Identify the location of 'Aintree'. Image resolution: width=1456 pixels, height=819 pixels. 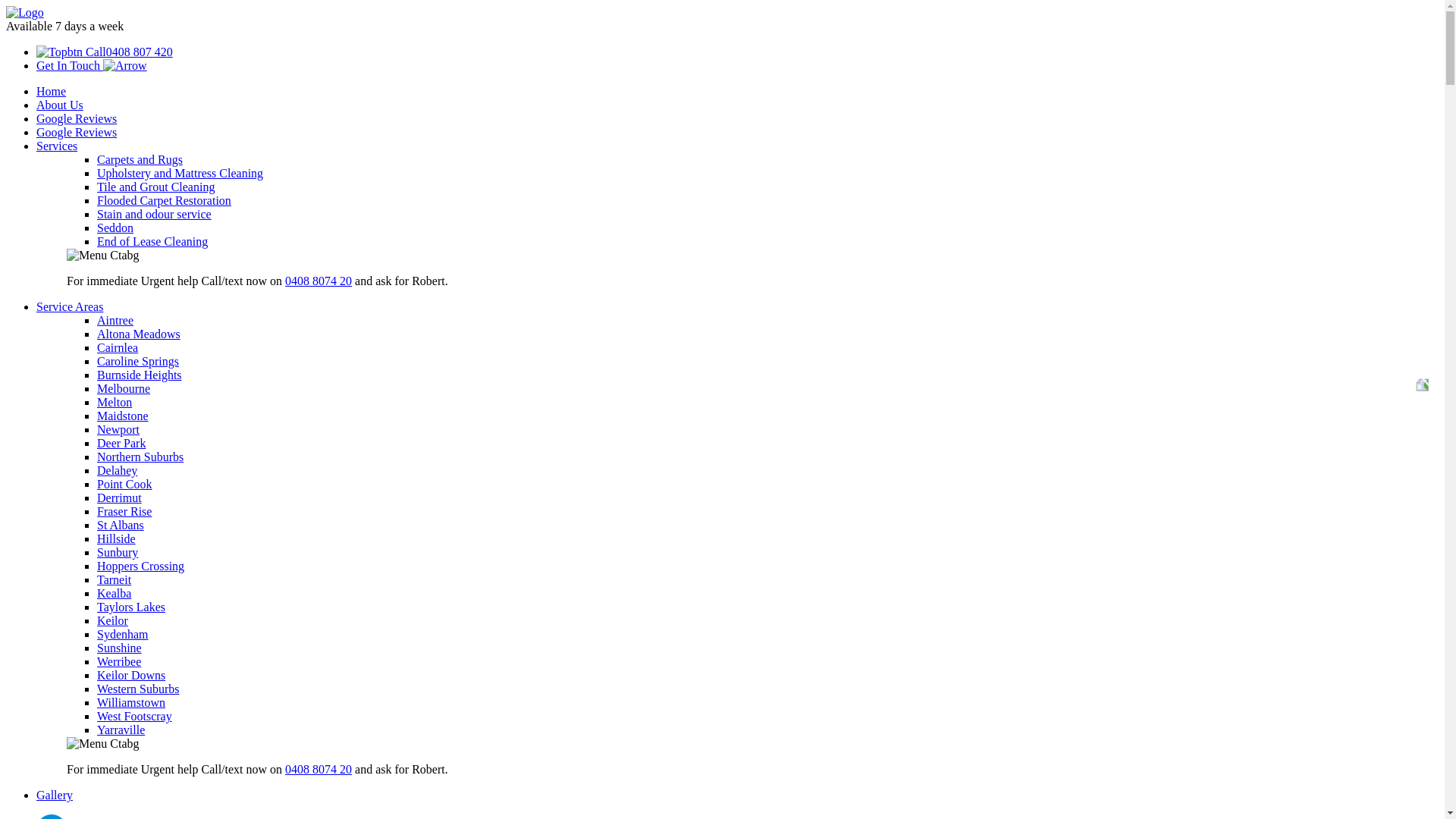
(115, 319).